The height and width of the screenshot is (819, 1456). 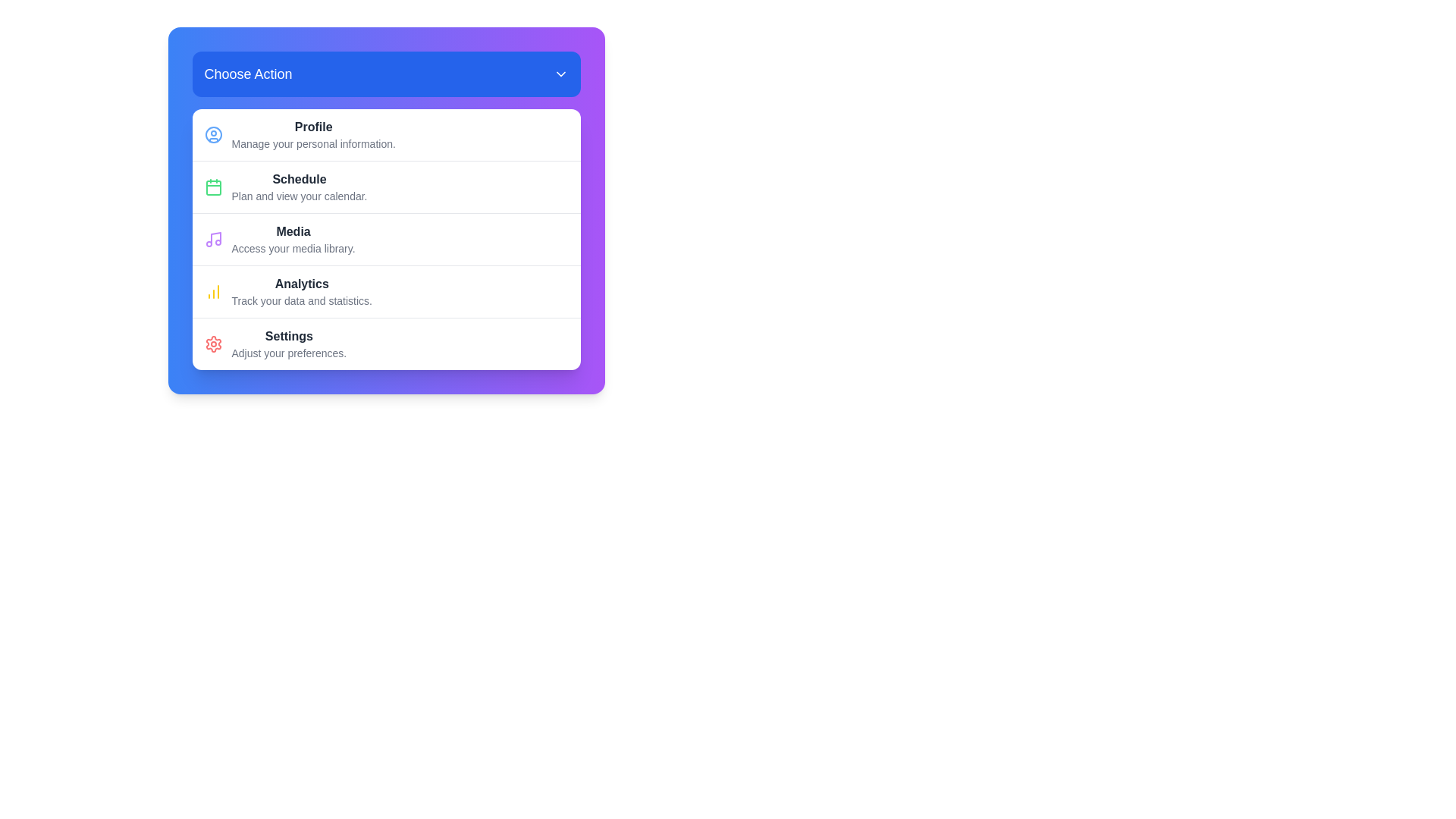 I want to click on the informative text that reads 'Access your media library.' which is styled in a smaller light gray font and located under the bold-text label 'Media.', so click(x=293, y=247).